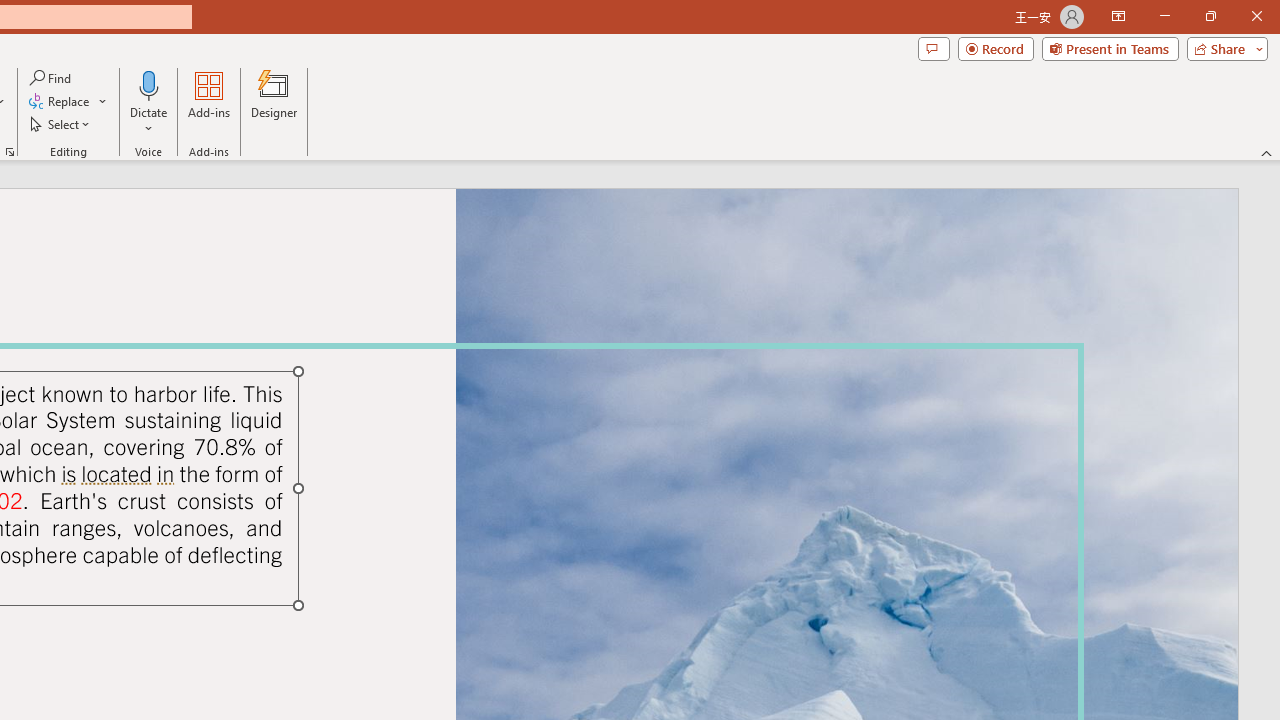  What do you see at coordinates (273, 103) in the screenshot?
I see `'Designer'` at bounding box center [273, 103].